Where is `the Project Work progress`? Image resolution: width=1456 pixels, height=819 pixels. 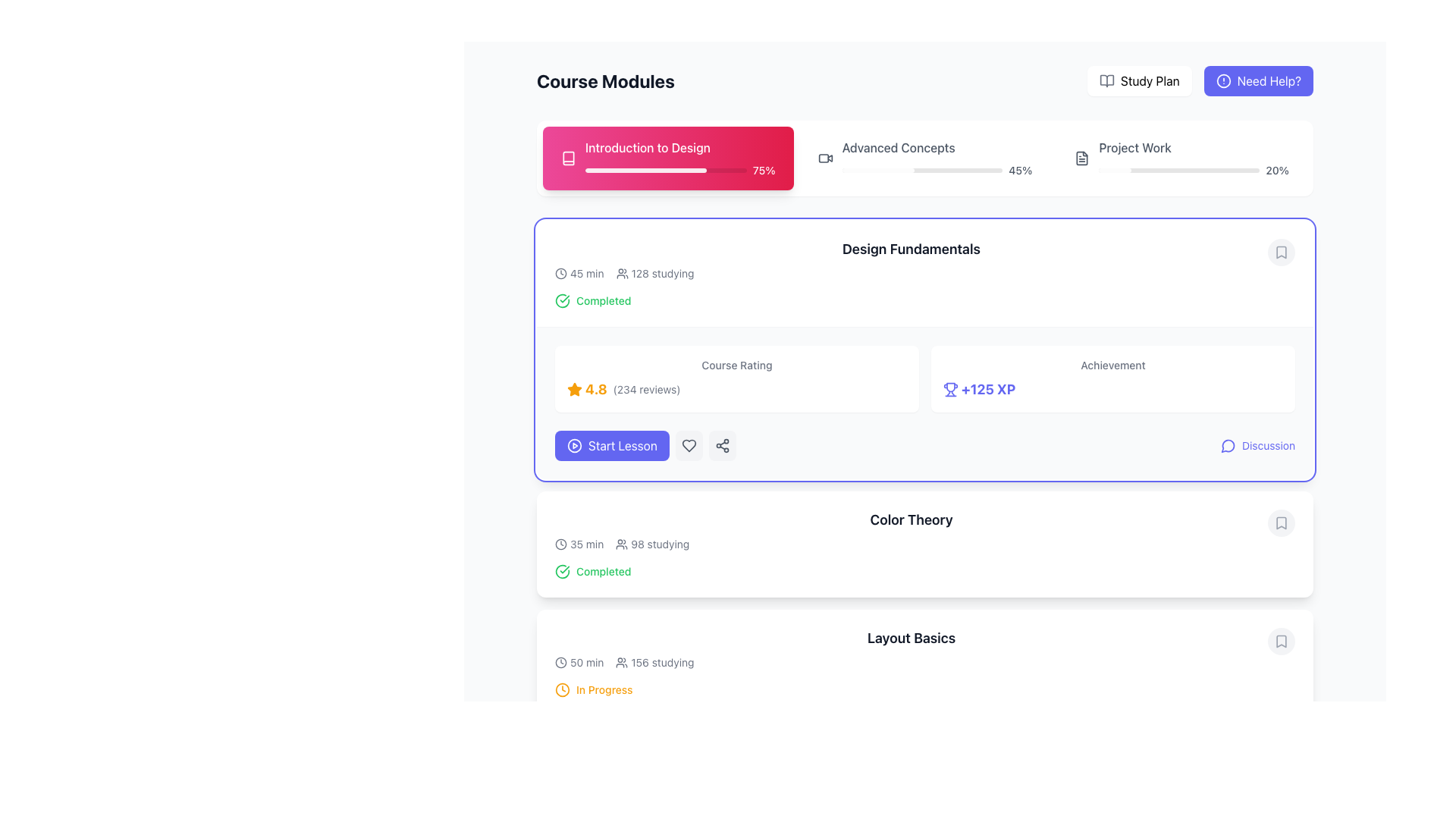
the Project Work progress is located at coordinates (1219, 170).